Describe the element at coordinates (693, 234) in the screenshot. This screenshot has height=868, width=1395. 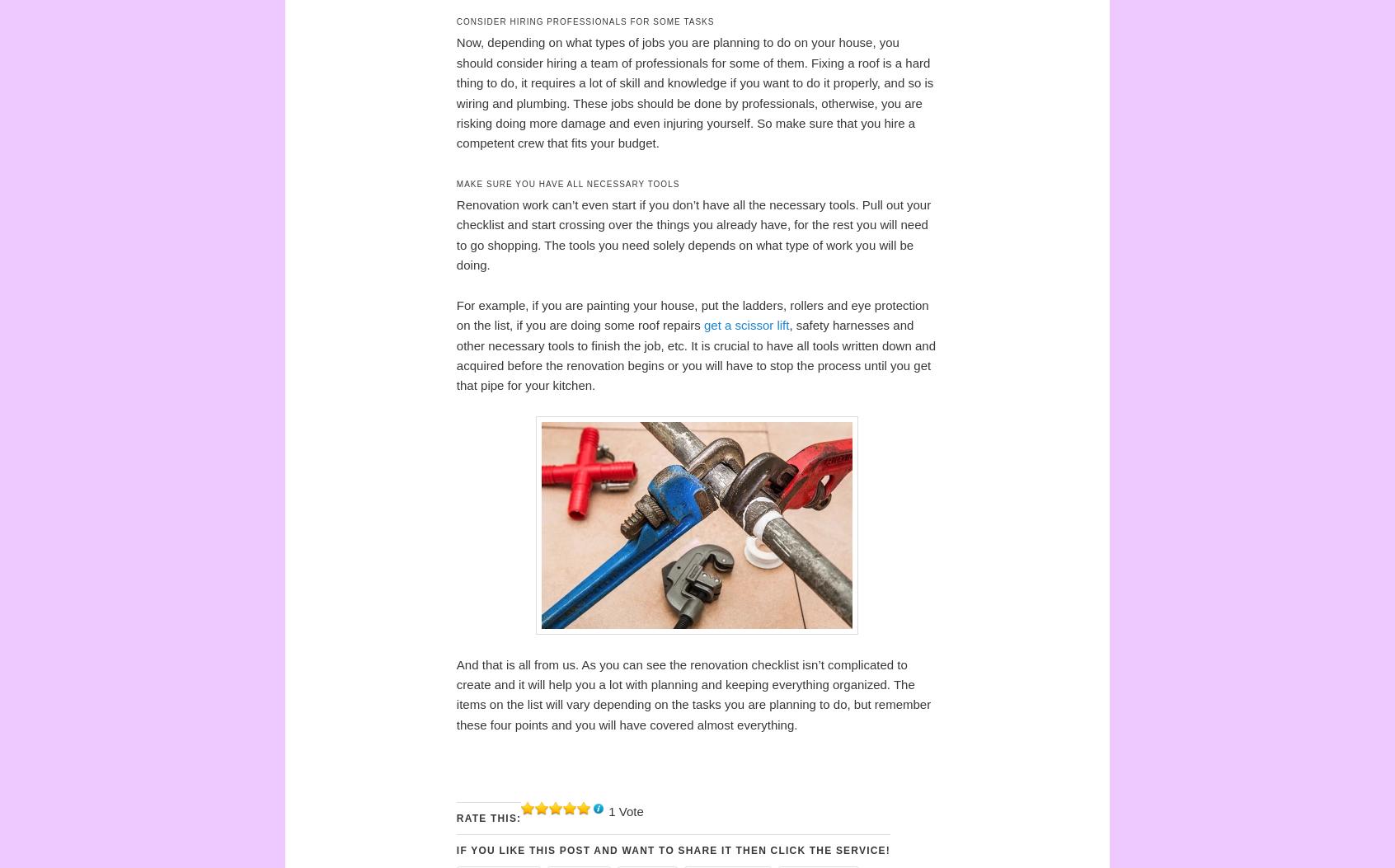
I see `'Renovation work can’t even start if you don’t have all the necessary tools. Pull out your checklist and start crossing over the things you already have, for the rest you will need to go shopping. The tools you need solely depends on what type of work you will be doing.'` at that location.